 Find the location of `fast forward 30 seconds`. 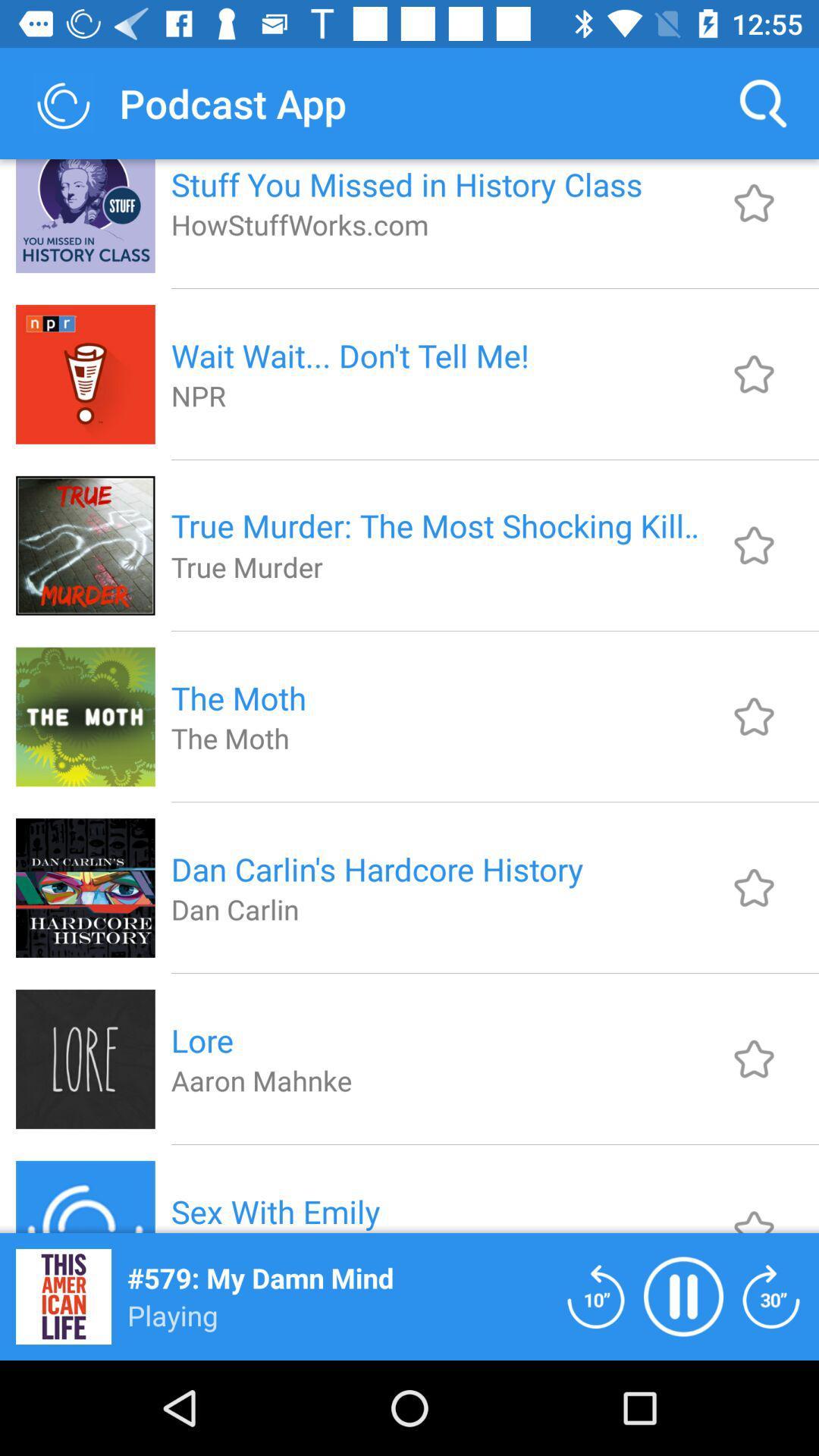

fast forward 30 seconds is located at coordinates (771, 1295).